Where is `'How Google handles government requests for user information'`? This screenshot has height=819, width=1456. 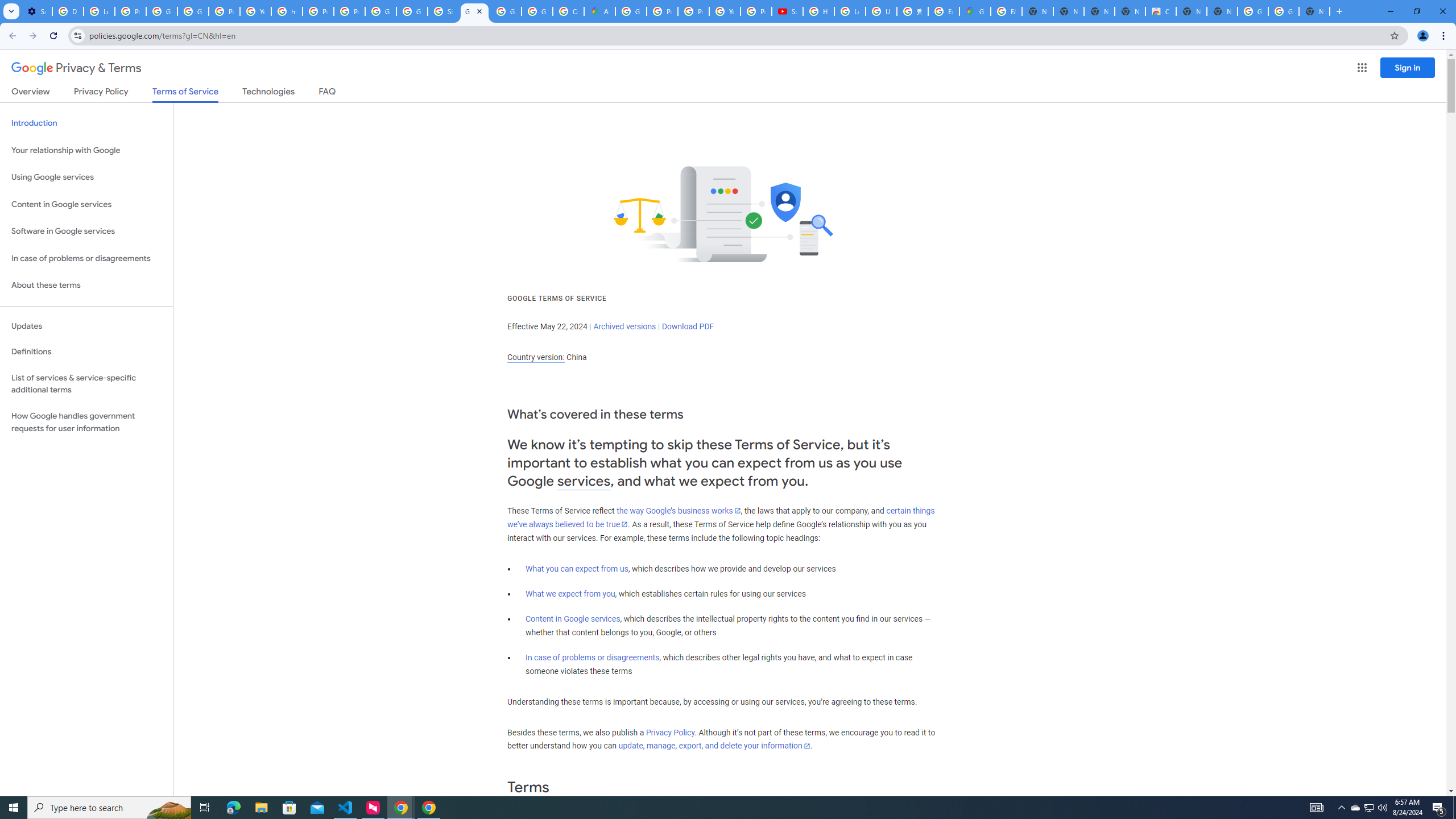
'How Google handles government requests for user information' is located at coordinates (86, 422).